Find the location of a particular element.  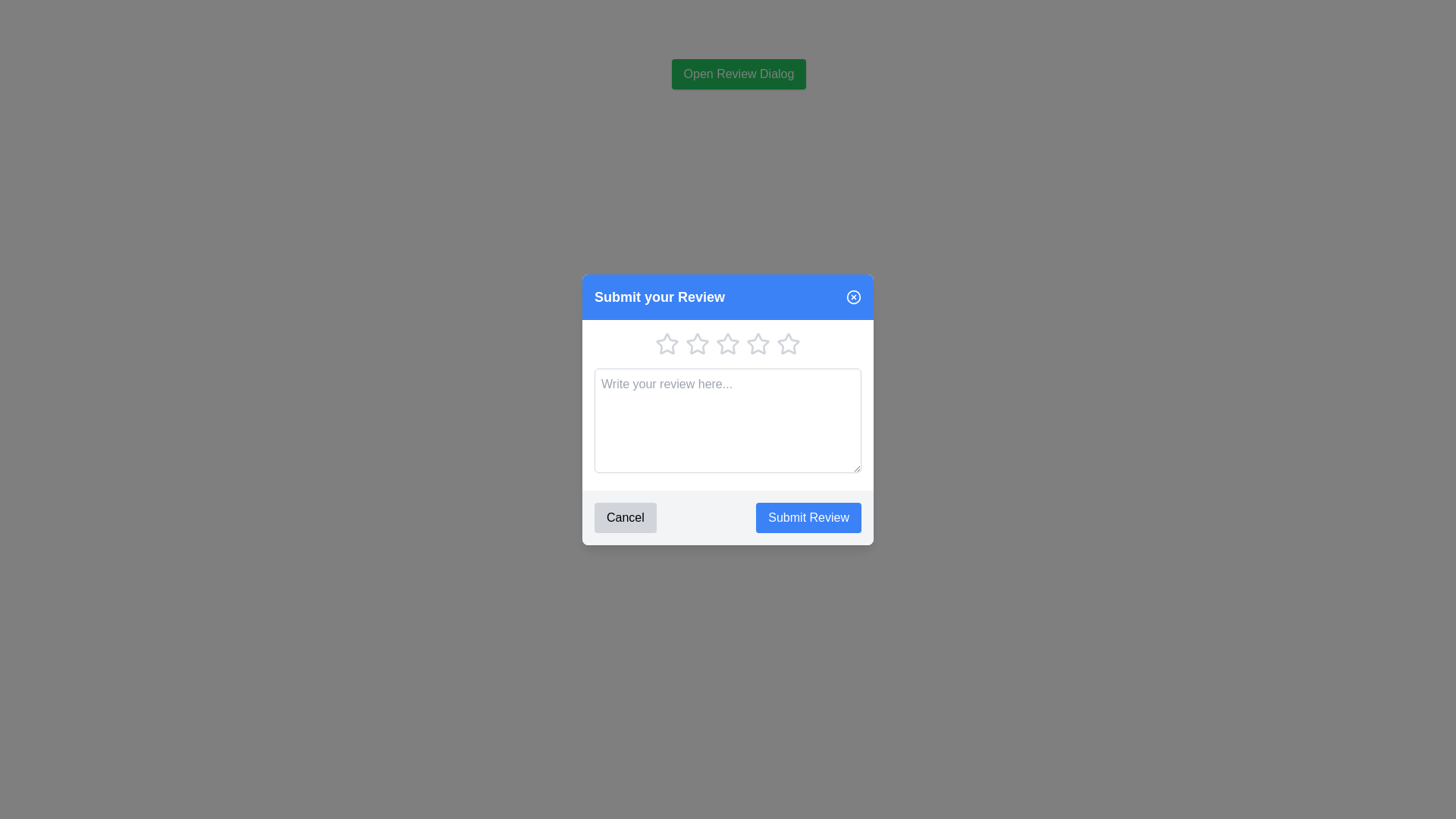

the fourth star in the 'Submit your Review' dialog box is located at coordinates (758, 344).